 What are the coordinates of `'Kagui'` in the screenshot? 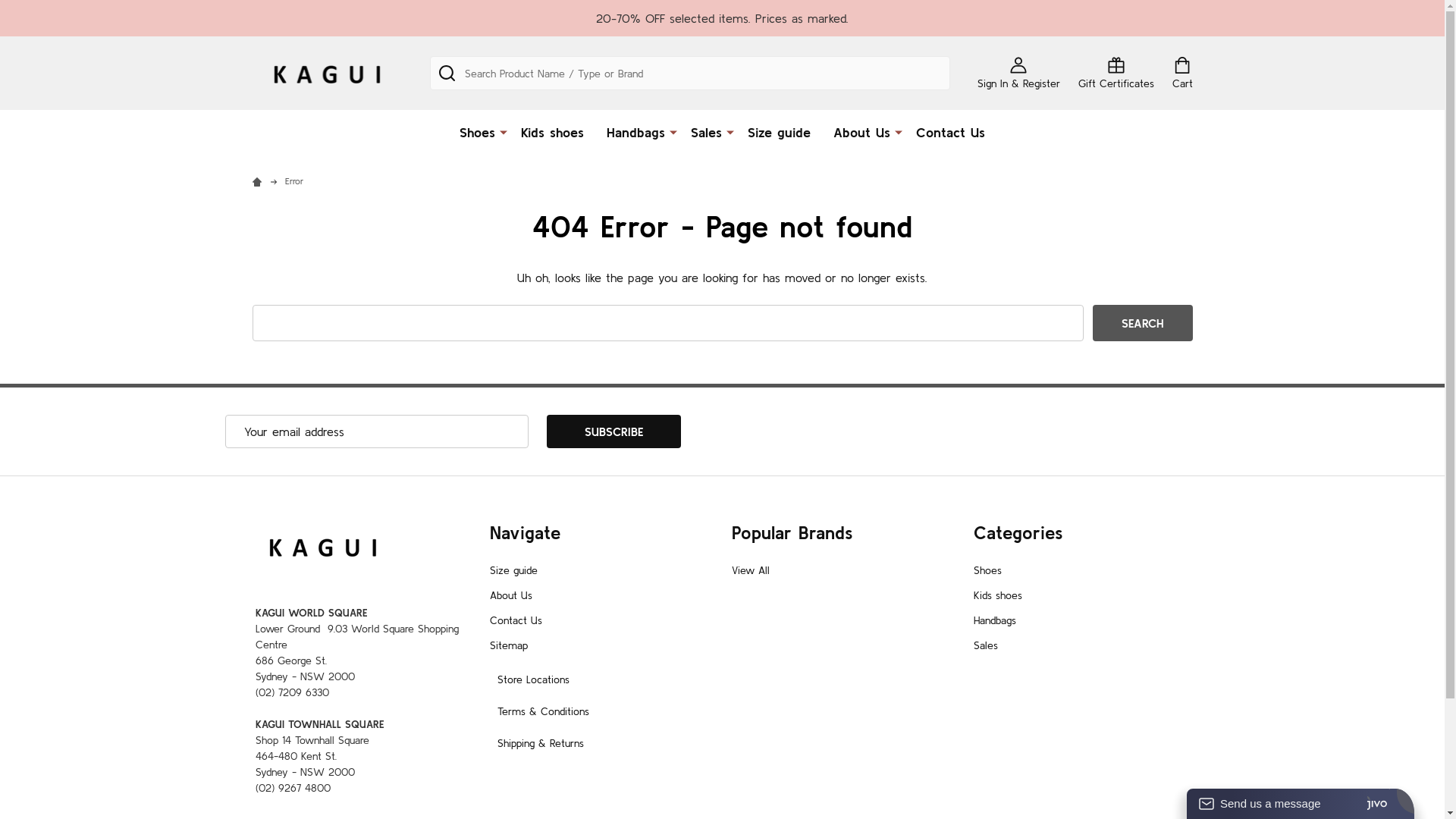 It's located at (325, 73).